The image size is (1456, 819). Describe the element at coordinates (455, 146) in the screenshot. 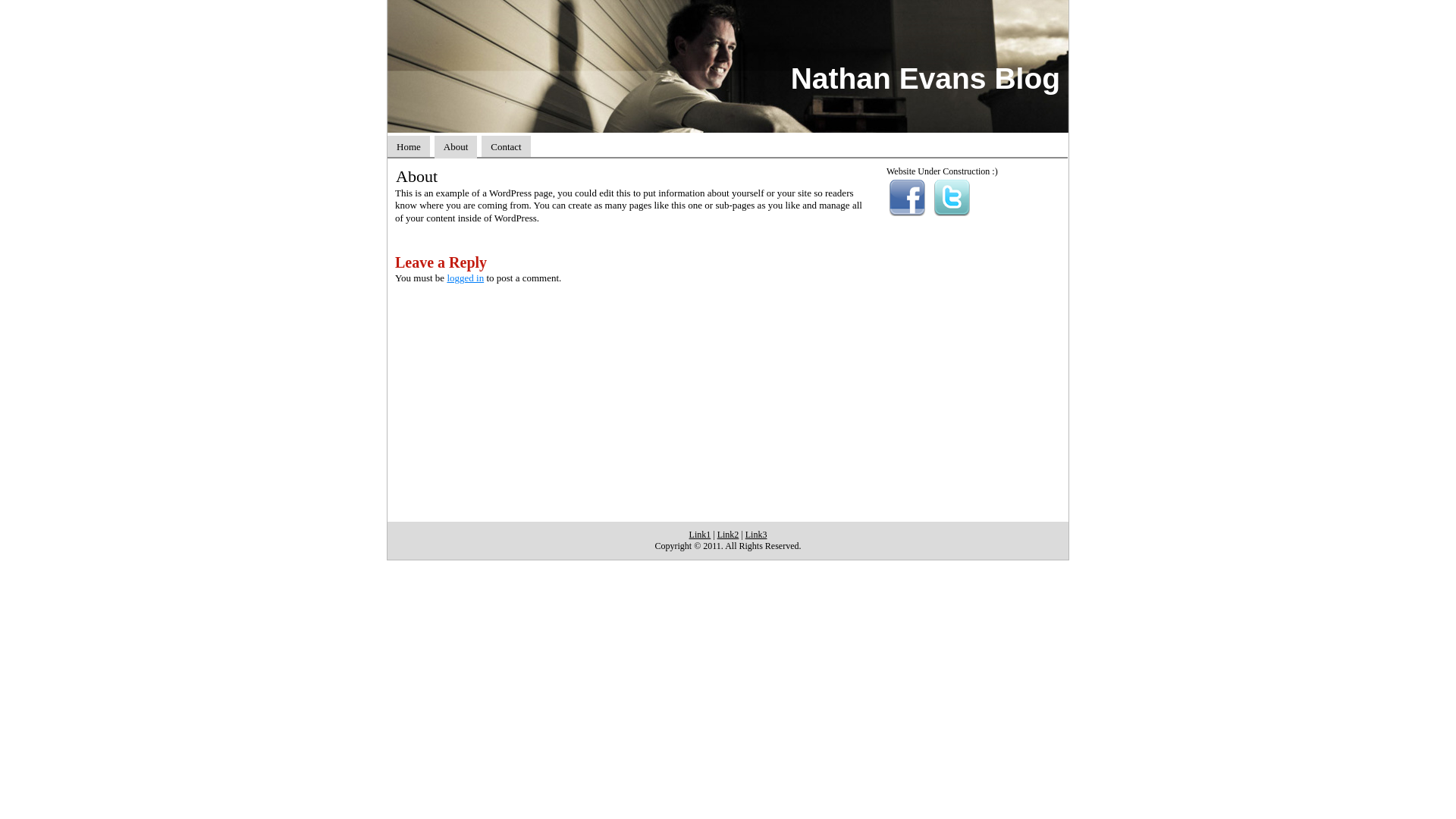

I see `'About'` at that location.